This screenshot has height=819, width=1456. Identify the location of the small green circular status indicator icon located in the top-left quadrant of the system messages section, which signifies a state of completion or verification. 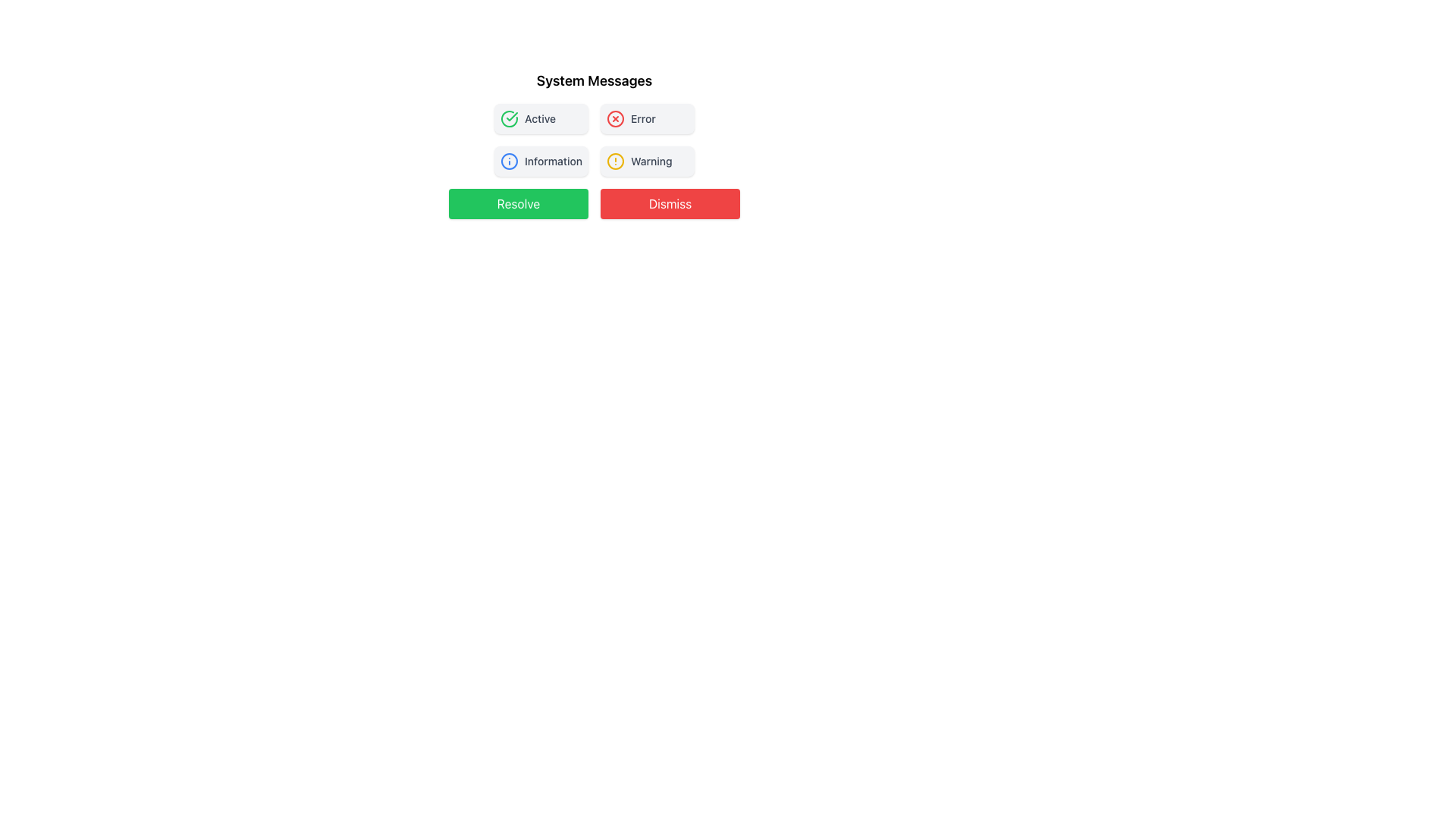
(510, 118).